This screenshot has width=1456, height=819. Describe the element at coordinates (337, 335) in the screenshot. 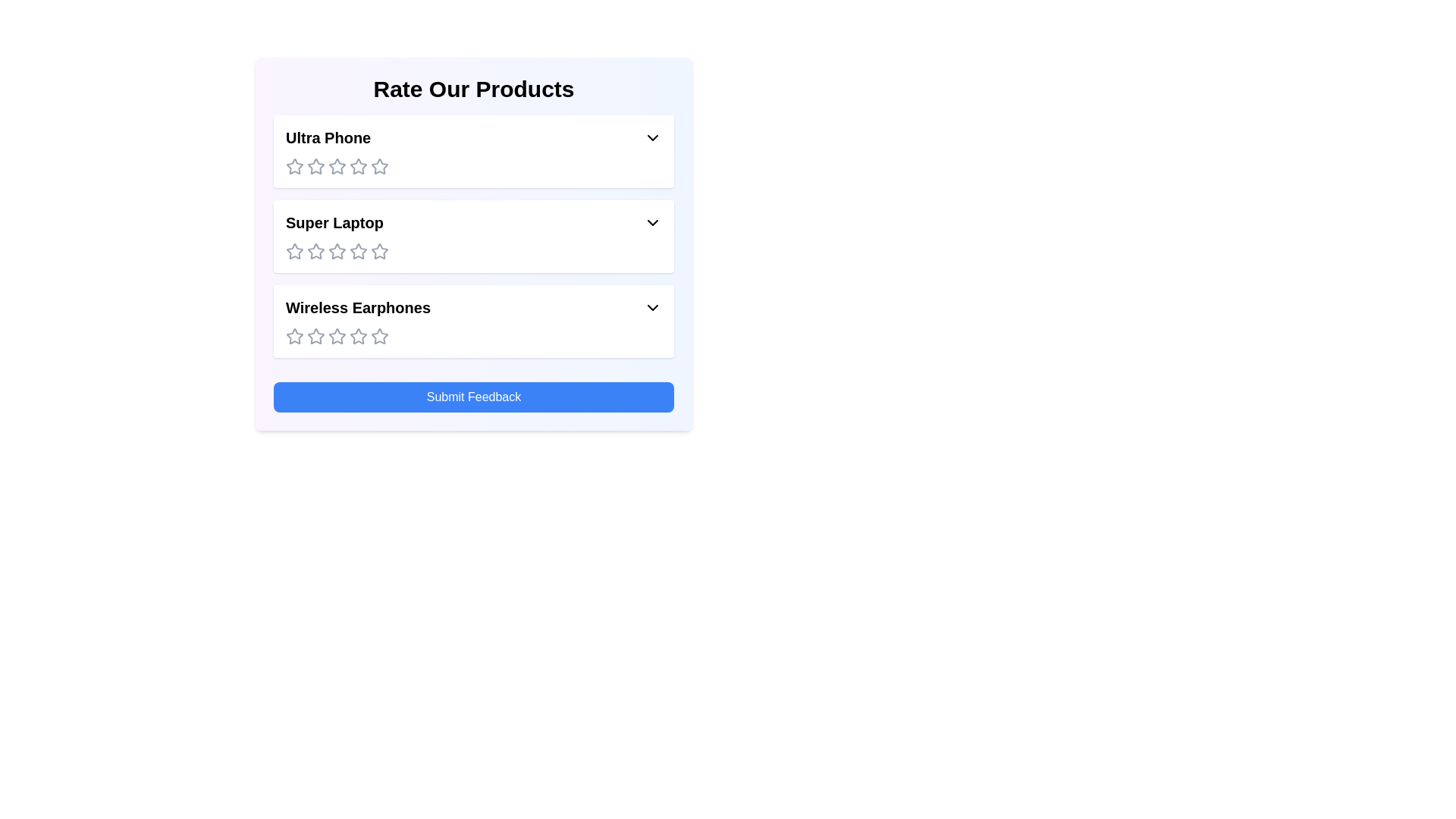

I see `the rating for the product 'Wireless Earphones' to 3 stars` at that location.